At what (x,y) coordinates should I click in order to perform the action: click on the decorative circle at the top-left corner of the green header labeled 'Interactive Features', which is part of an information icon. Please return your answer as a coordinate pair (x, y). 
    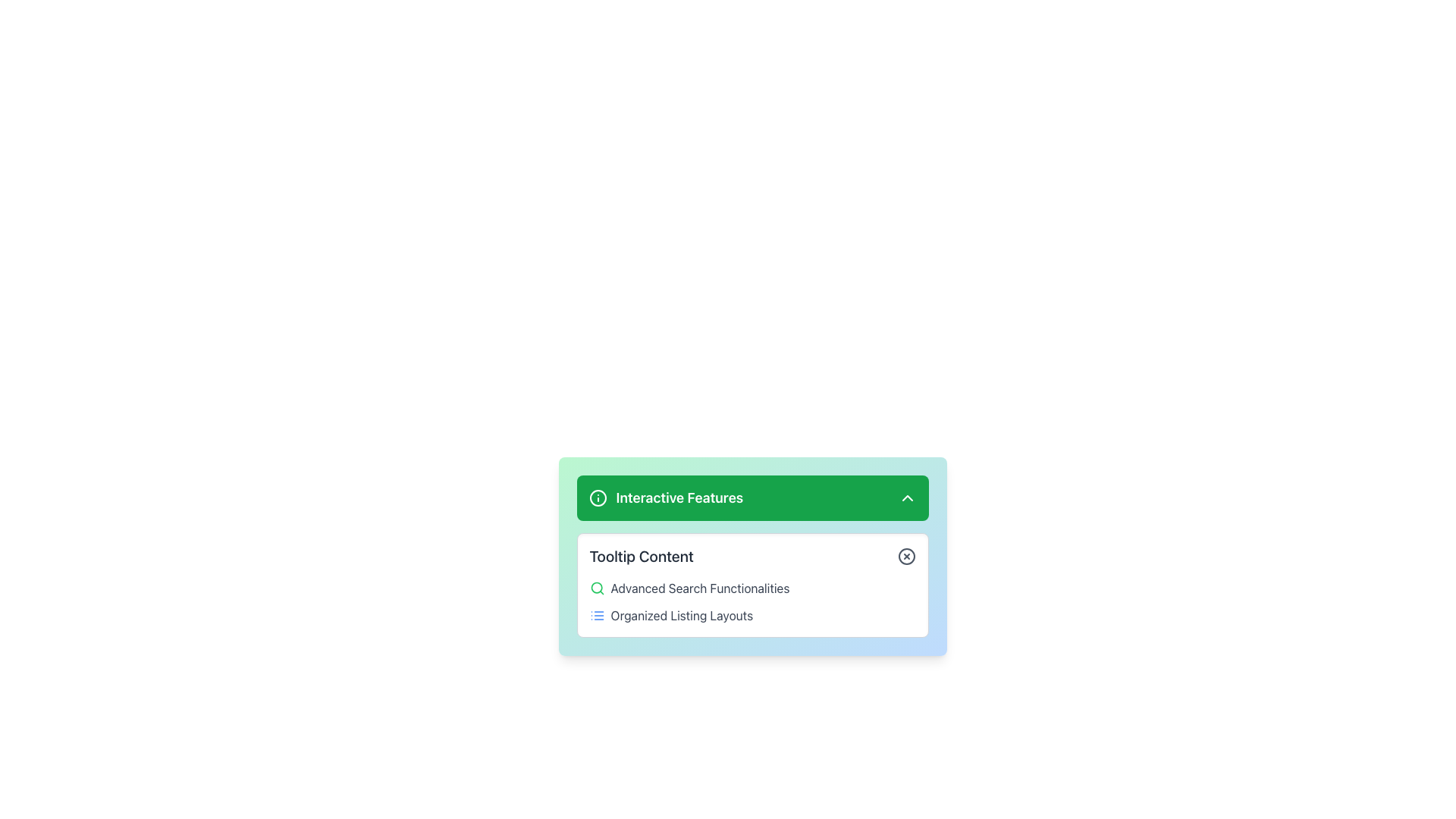
    Looking at the image, I should click on (597, 497).